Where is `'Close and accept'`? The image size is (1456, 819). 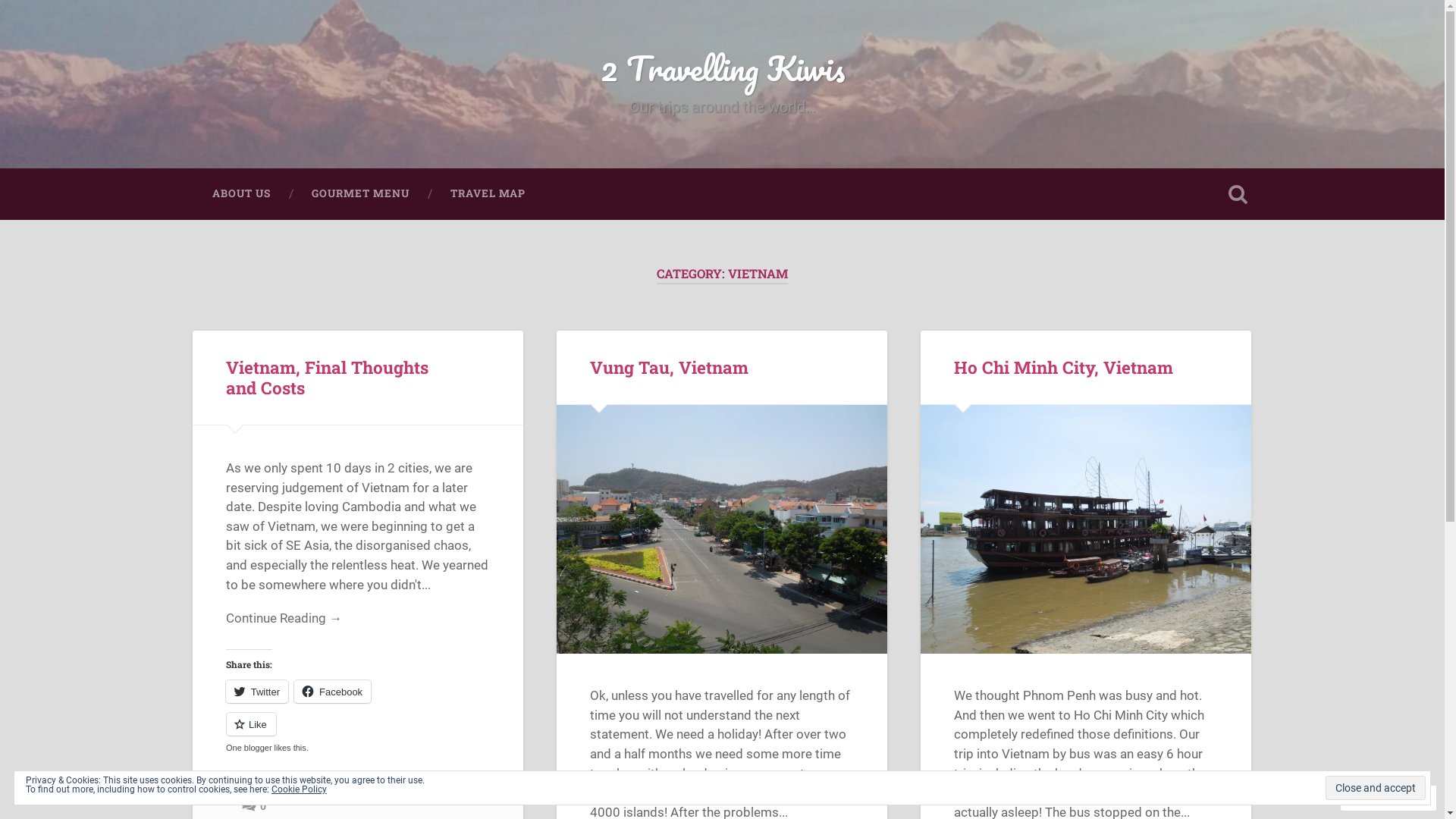 'Close and accept' is located at coordinates (1376, 786).